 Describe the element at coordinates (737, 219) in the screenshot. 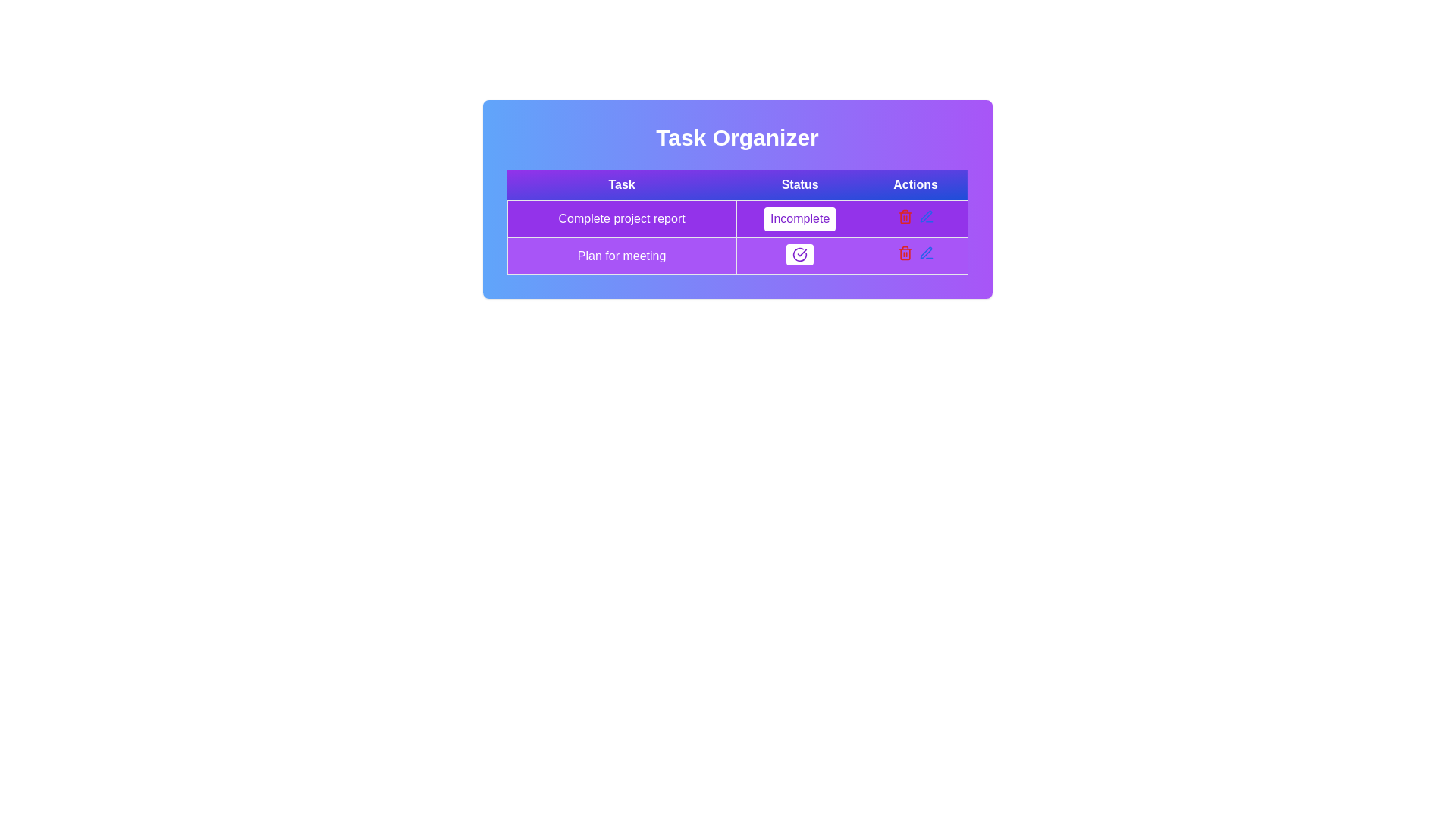

I see `the table row with a purple background containing 'Complete project report' and 'Incomplete' status, located in the first row of the task table` at that location.